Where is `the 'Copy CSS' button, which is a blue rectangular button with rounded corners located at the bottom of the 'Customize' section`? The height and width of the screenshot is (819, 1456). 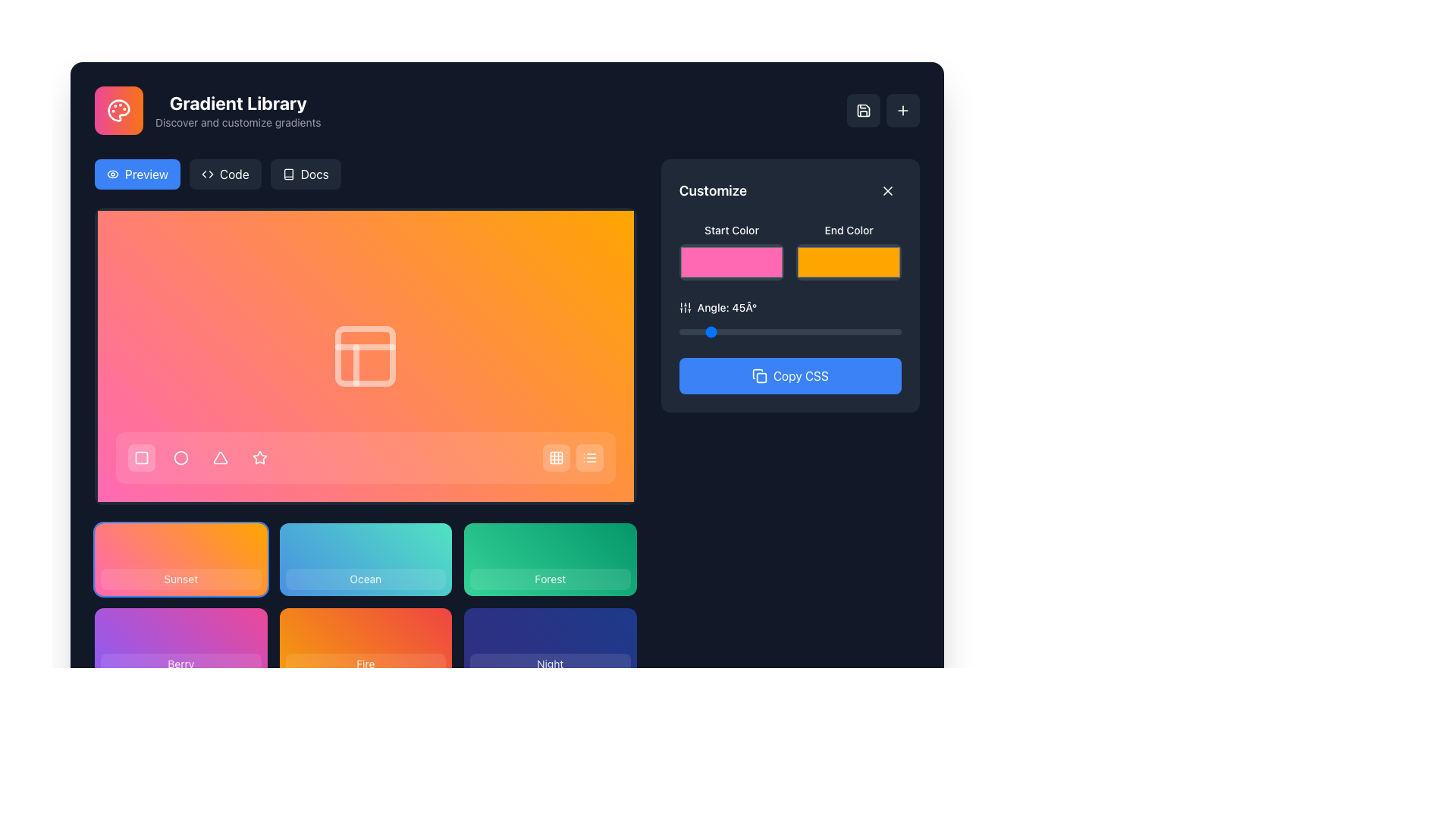
the 'Copy CSS' button, which is a blue rectangular button with rounded corners located at the bottom of the 'Customize' section is located at coordinates (789, 375).